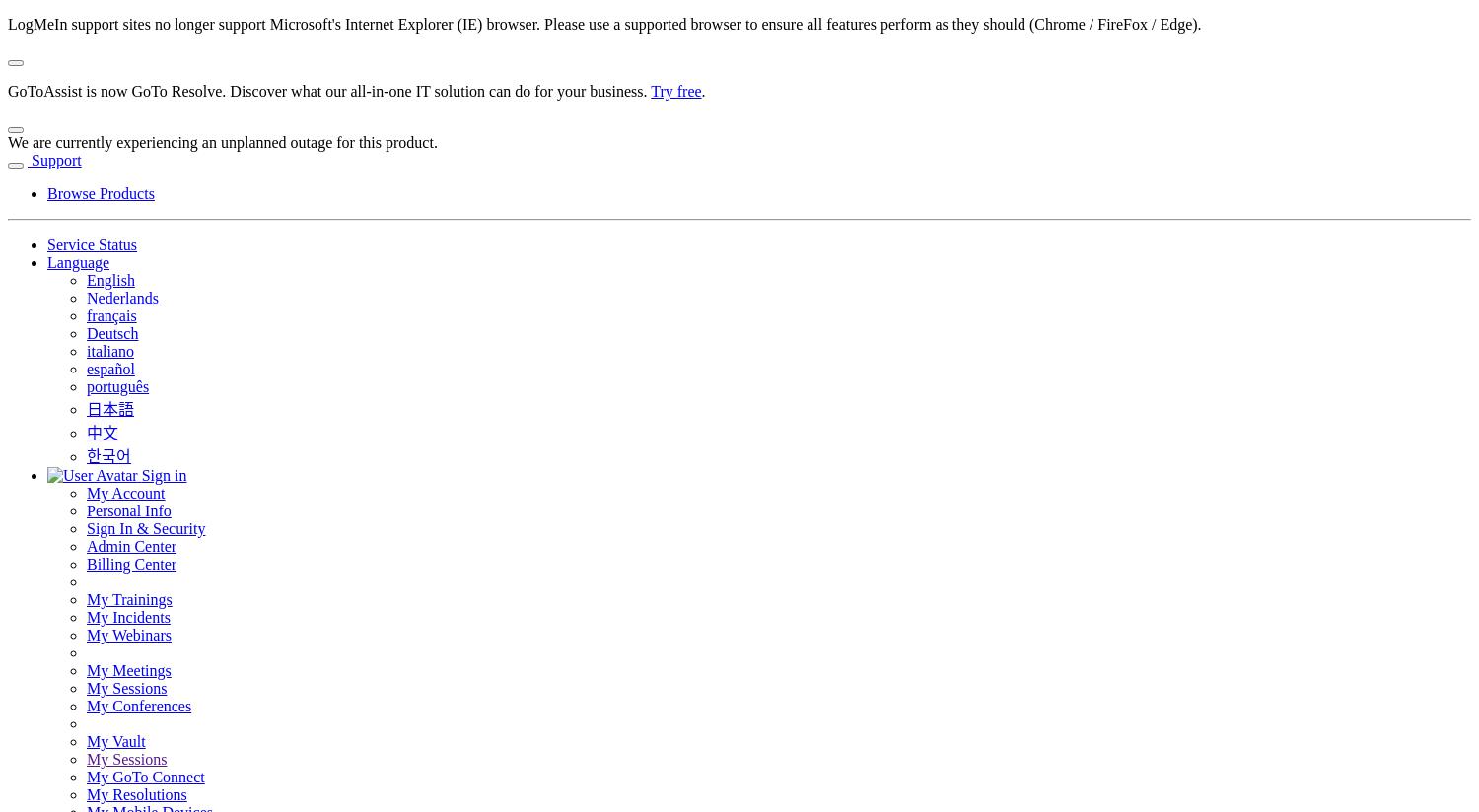 The width and height of the screenshot is (1479, 812). What do you see at coordinates (86, 616) in the screenshot?
I see `'My Incidents'` at bounding box center [86, 616].